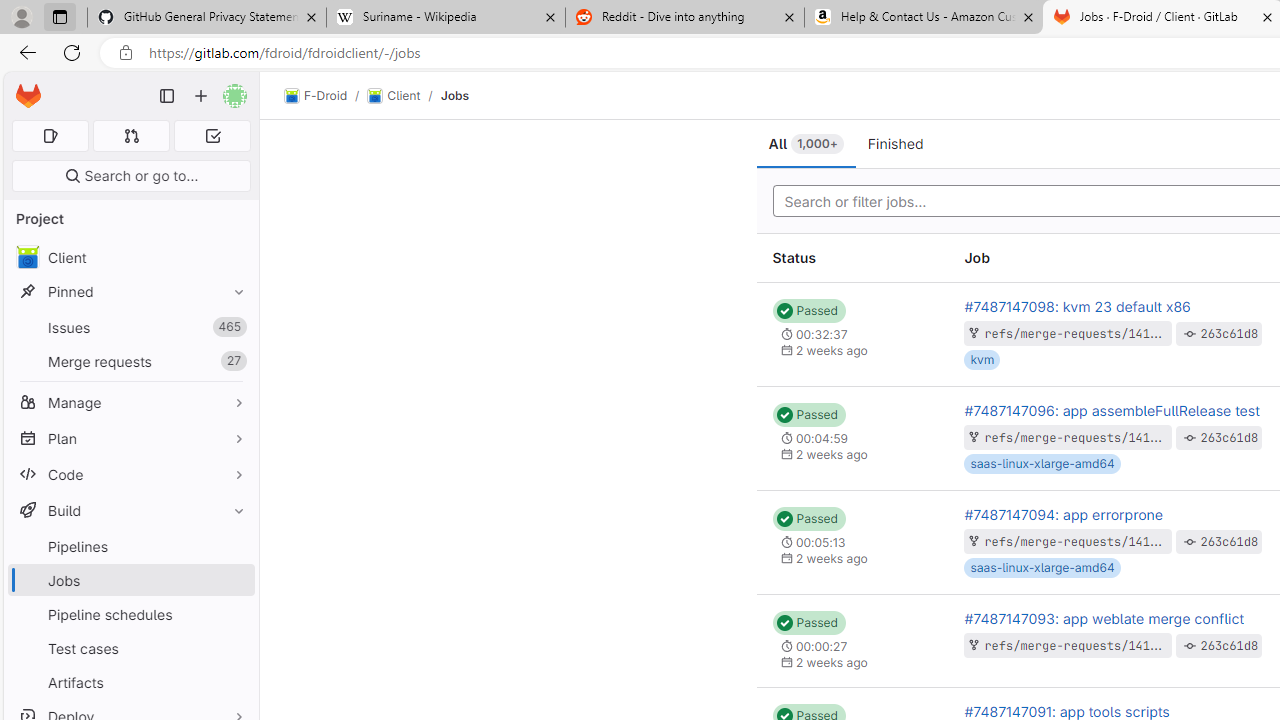 The width and height of the screenshot is (1280, 720). I want to click on 'Status', so click(852, 257).